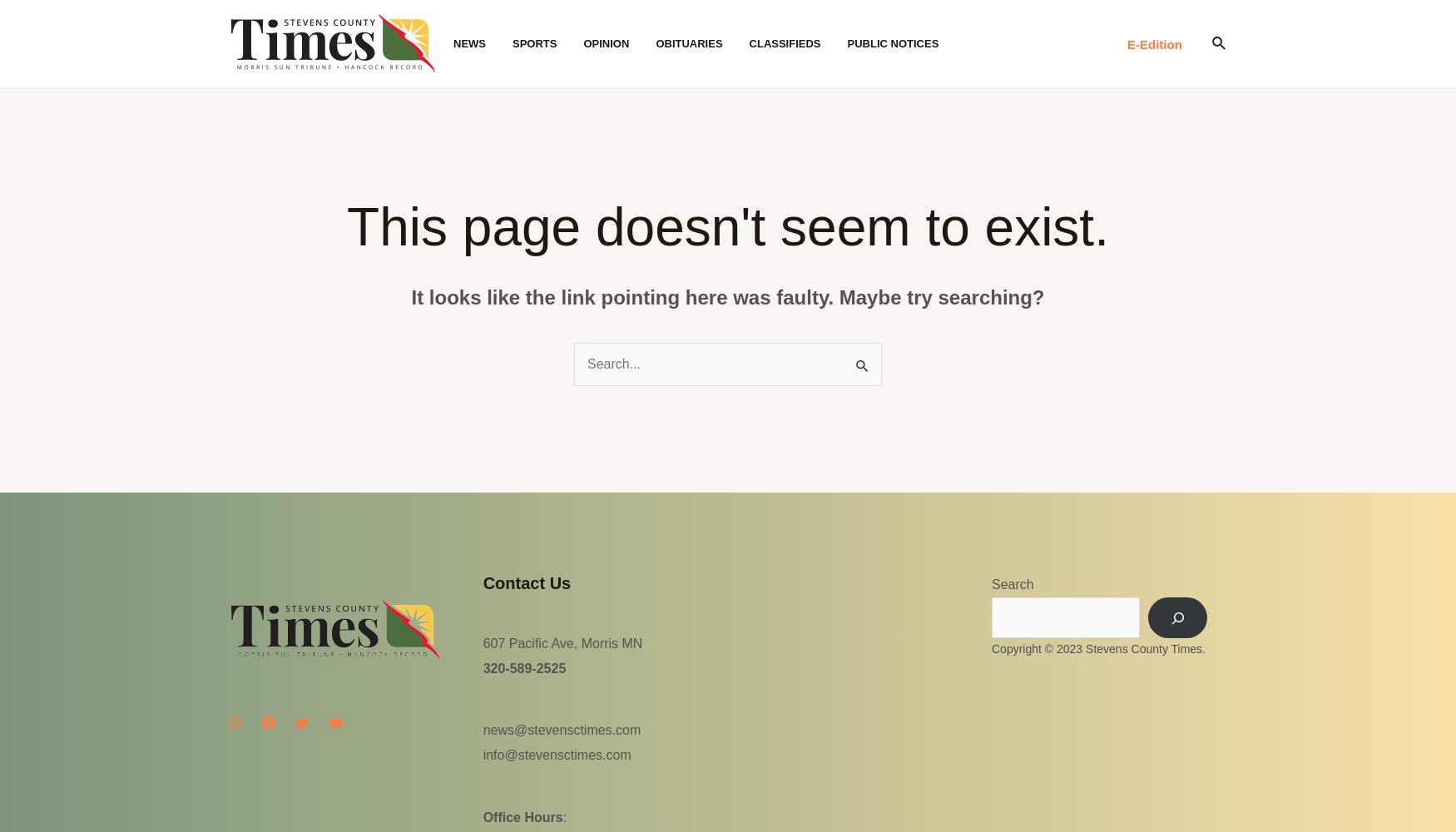  I want to click on 'E-Edition', so click(1153, 43).